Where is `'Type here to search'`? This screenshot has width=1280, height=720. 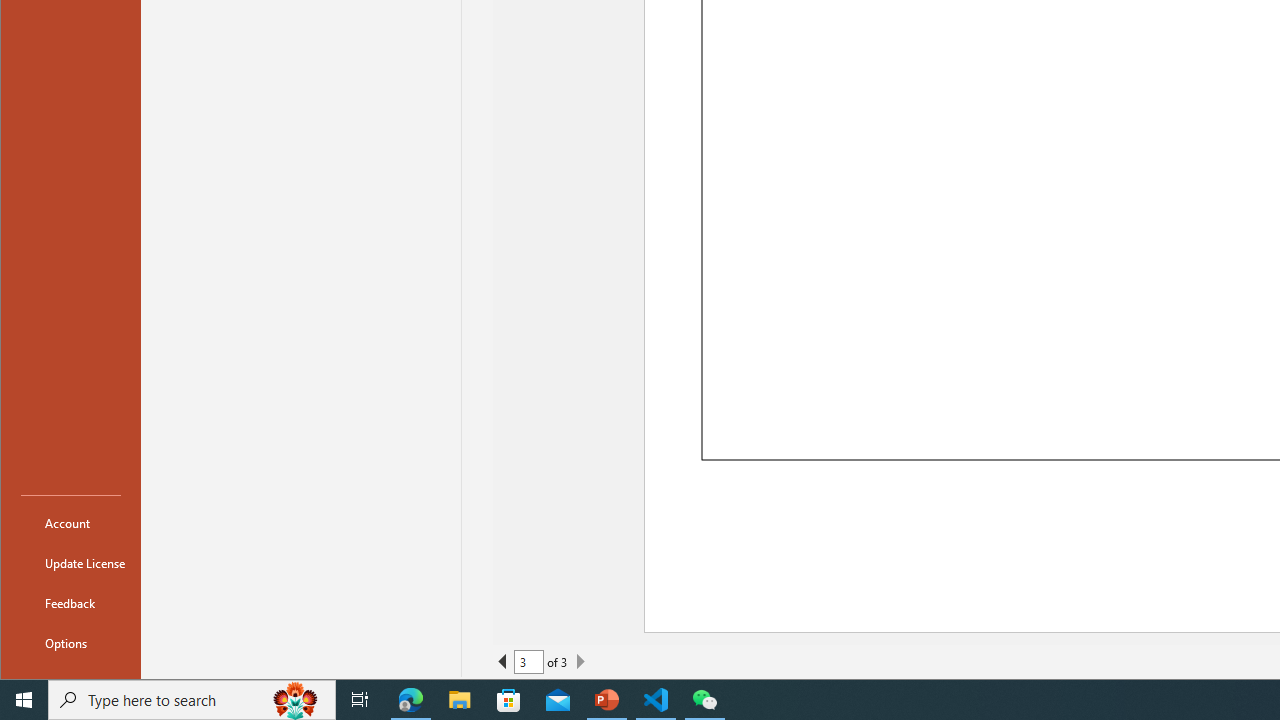
'Type here to search' is located at coordinates (192, 698).